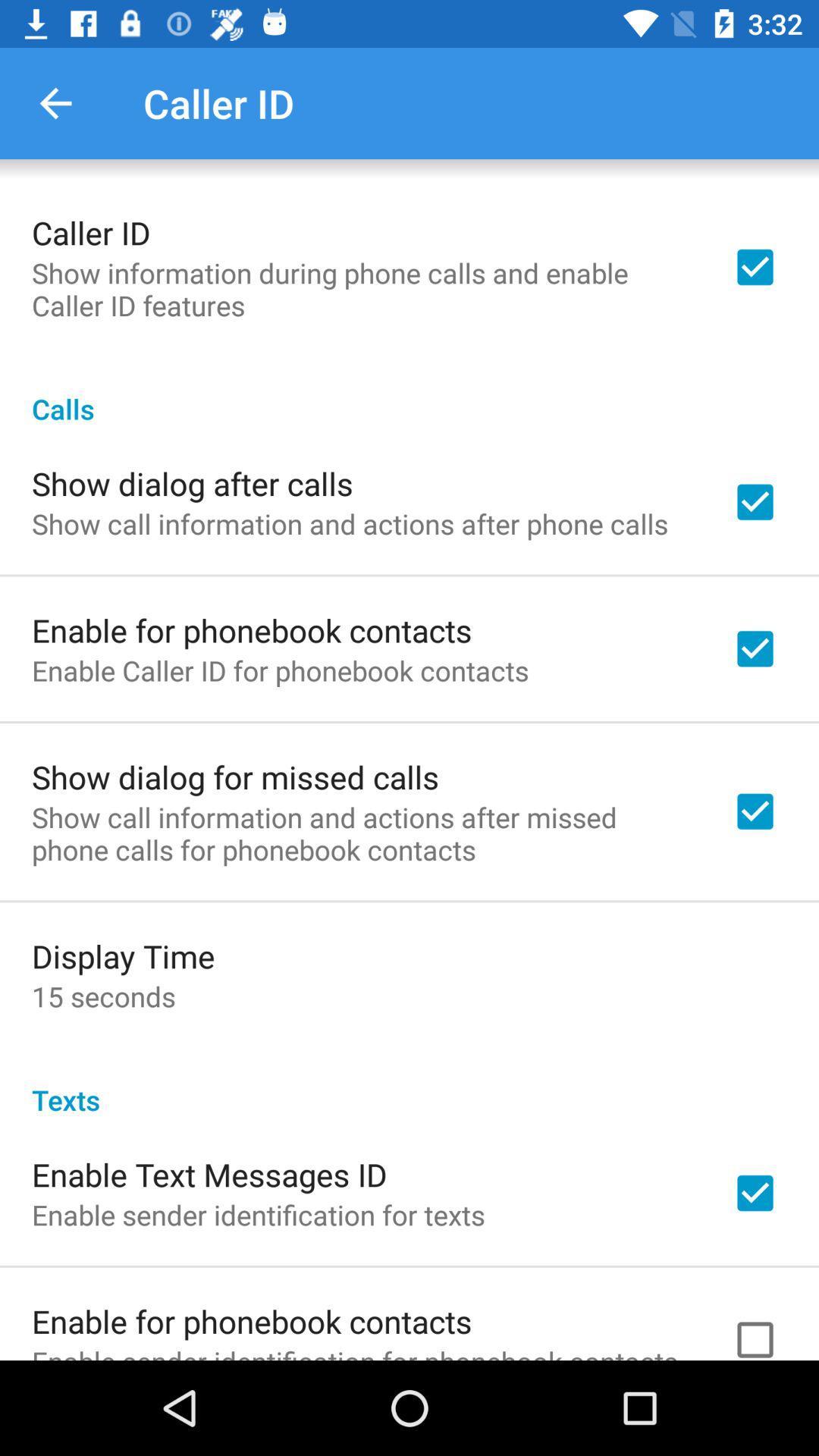 The image size is (819, 1456). Describe the element at coordinates (102, 996) in the screenshot. I see `15 seconds item` at that location.